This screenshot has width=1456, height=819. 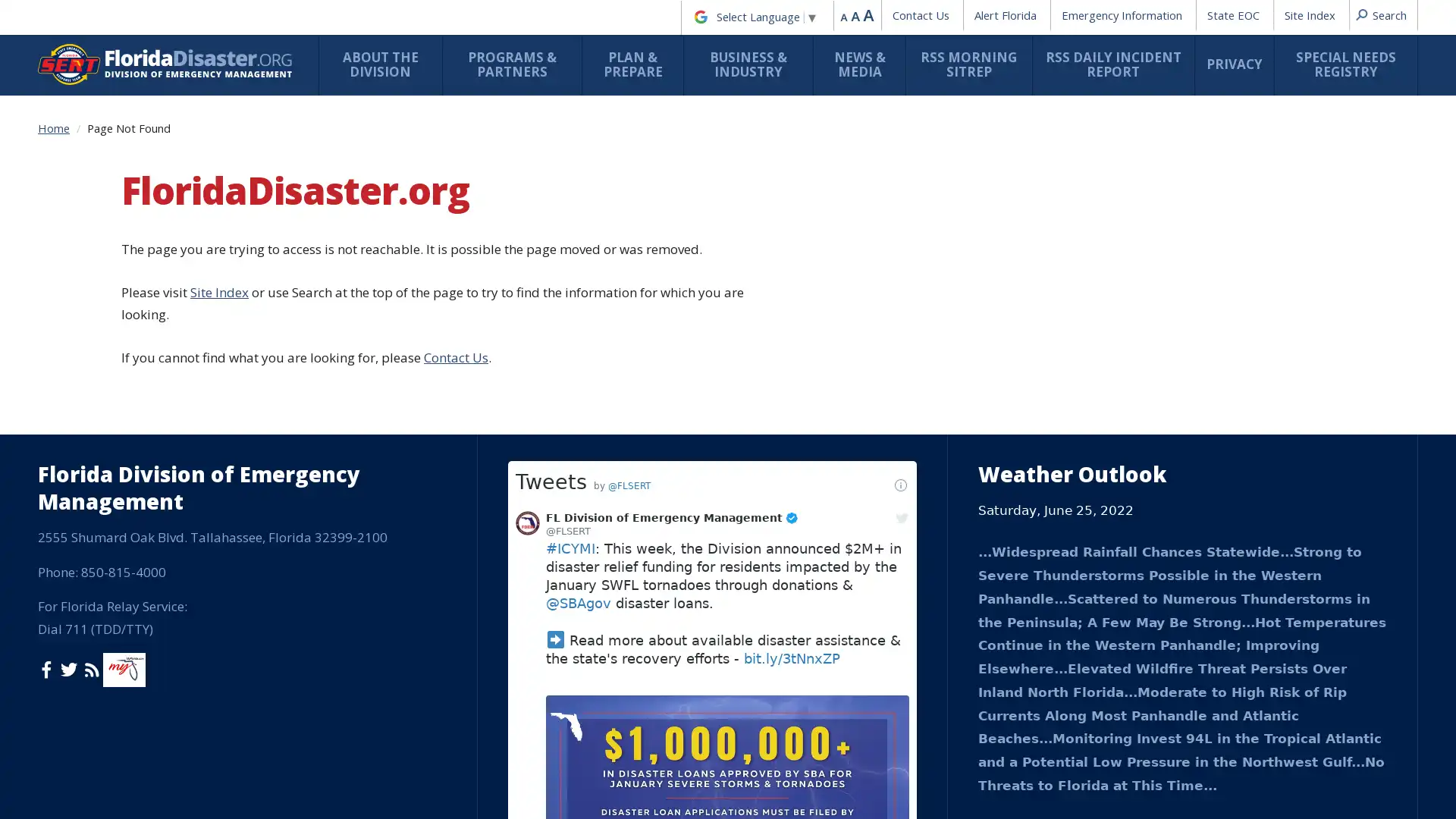 I want to click on Toggle More, so click(x=607, y=564).